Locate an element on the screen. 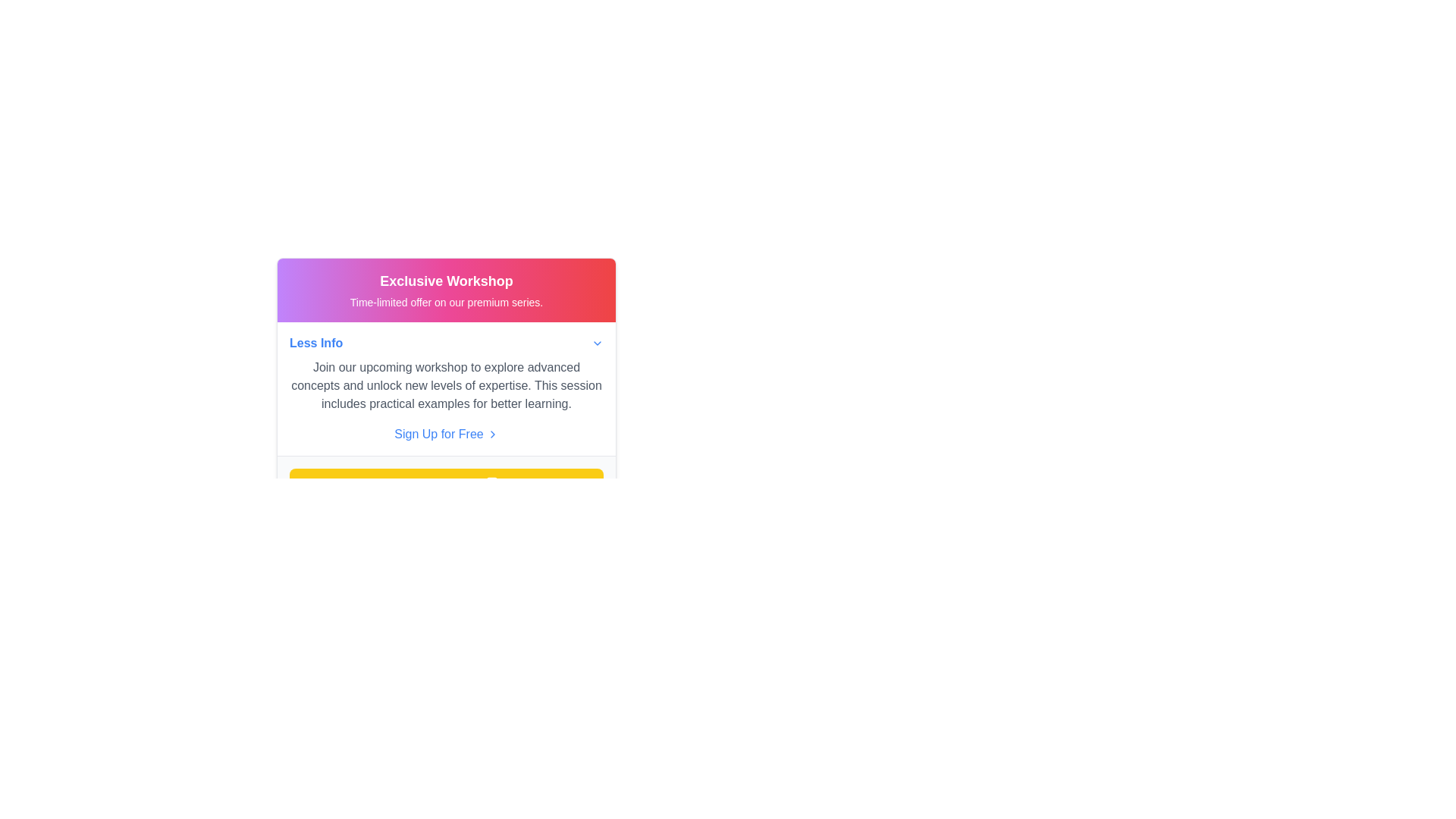 This screenshot has height=819, width=1456. the blue, underlined text reading 'Sign Up for Free' with a chevron icon is located at coordinates (446, 435).